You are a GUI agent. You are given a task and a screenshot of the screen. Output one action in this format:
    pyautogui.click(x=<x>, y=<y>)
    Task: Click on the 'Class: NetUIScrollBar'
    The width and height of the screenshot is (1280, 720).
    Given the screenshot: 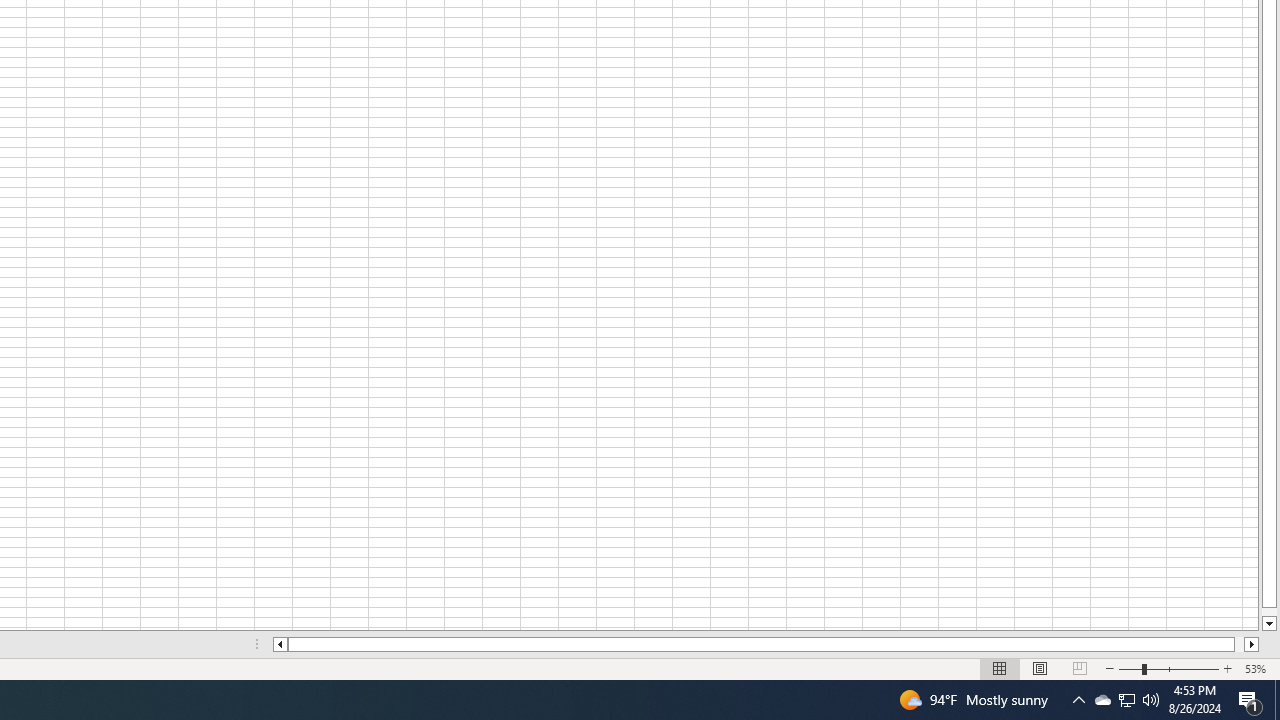 What is the action you would take?
    pyautogui.click(x=765, y=644)
    